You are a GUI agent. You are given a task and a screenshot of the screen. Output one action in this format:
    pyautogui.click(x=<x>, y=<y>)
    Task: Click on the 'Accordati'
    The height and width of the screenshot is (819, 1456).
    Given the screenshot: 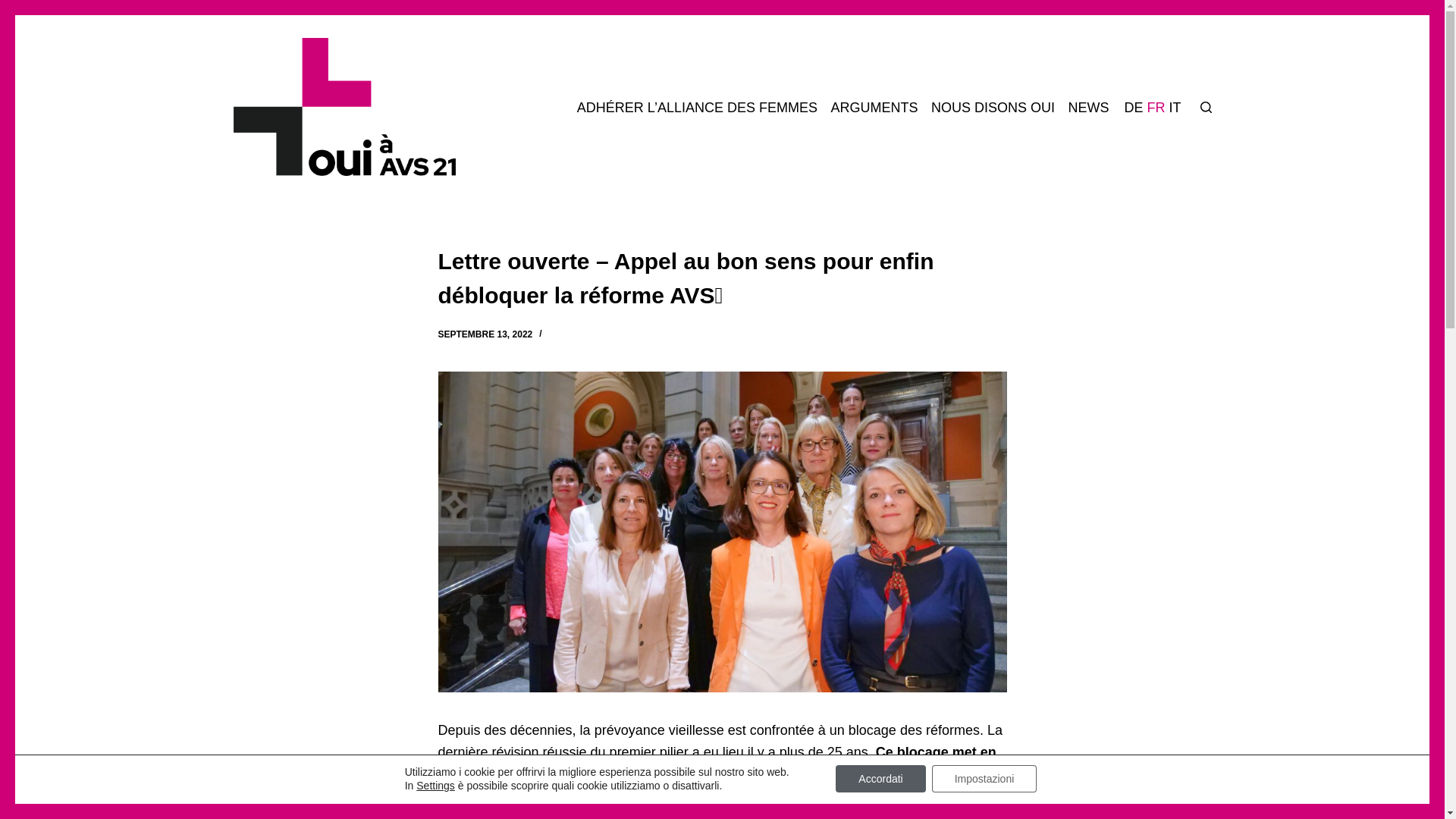 What is the action you would take?
    pyautogui.click(x=880, y=778)
    